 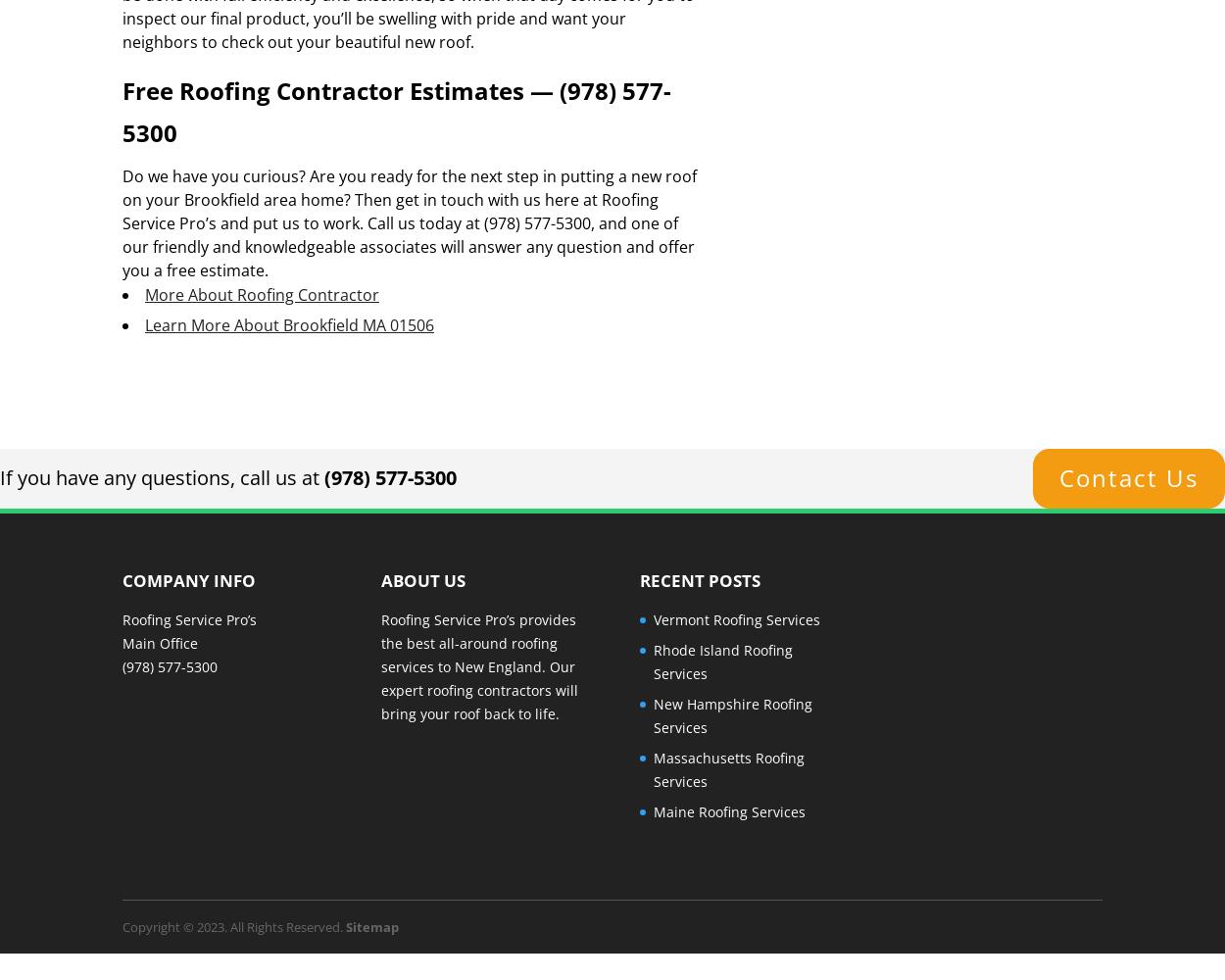 What do you see at coordinates (160, 642) in the screenshot?
I see `'Main Office'` at bounding box center [160, 642].